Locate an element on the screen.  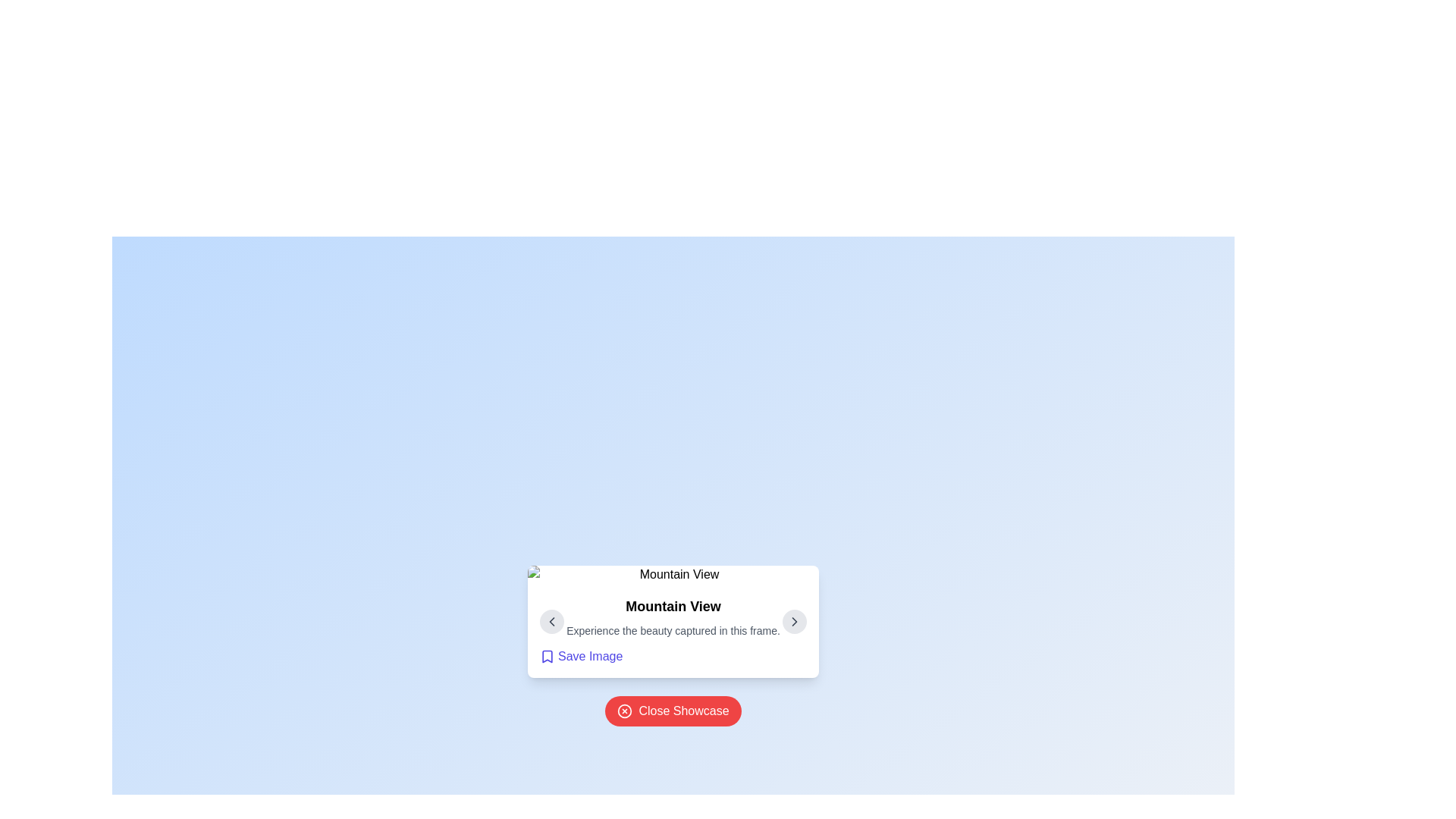
the right-pointing chevron arrow icon located within the circular button on the right side of the card layout near the title 'Mountain View' is located at coordinates (793, 622).